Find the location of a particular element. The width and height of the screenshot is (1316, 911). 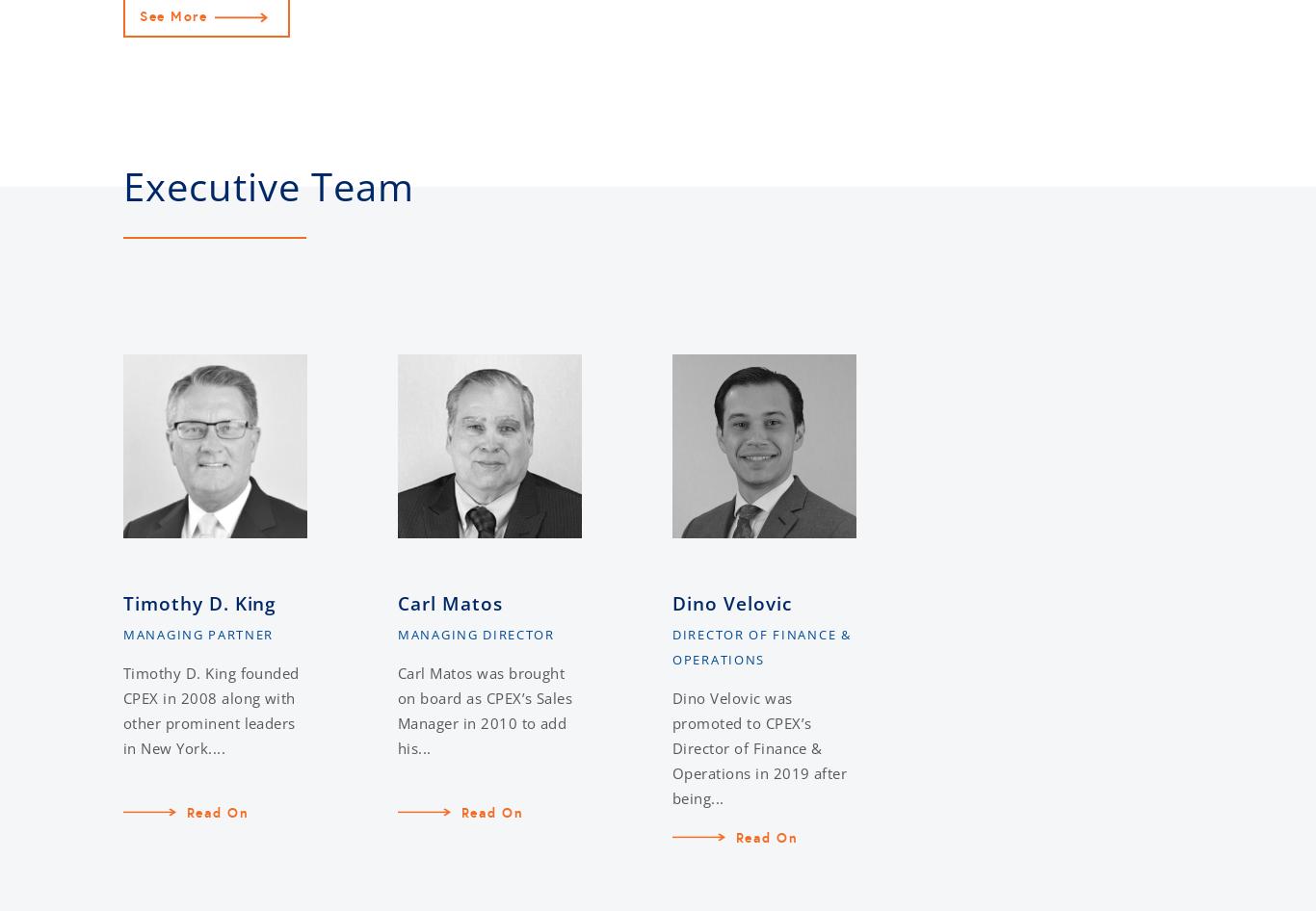

'Managing Director' is located at coordinates (396, 634).